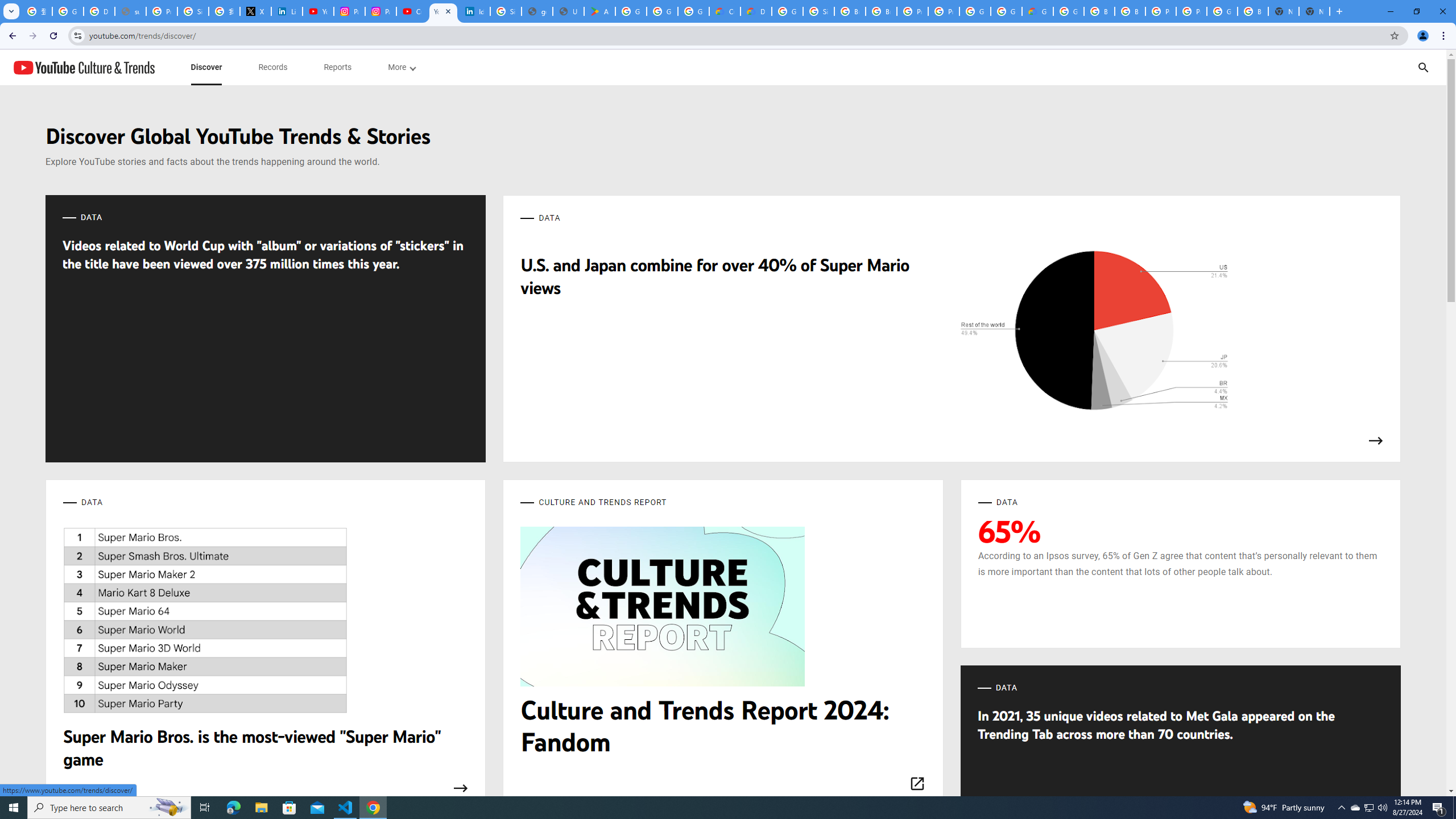 This screenshot has width=1456, height=819. I want to click on 'YouTube Culture & Trends', so click(83, 67).